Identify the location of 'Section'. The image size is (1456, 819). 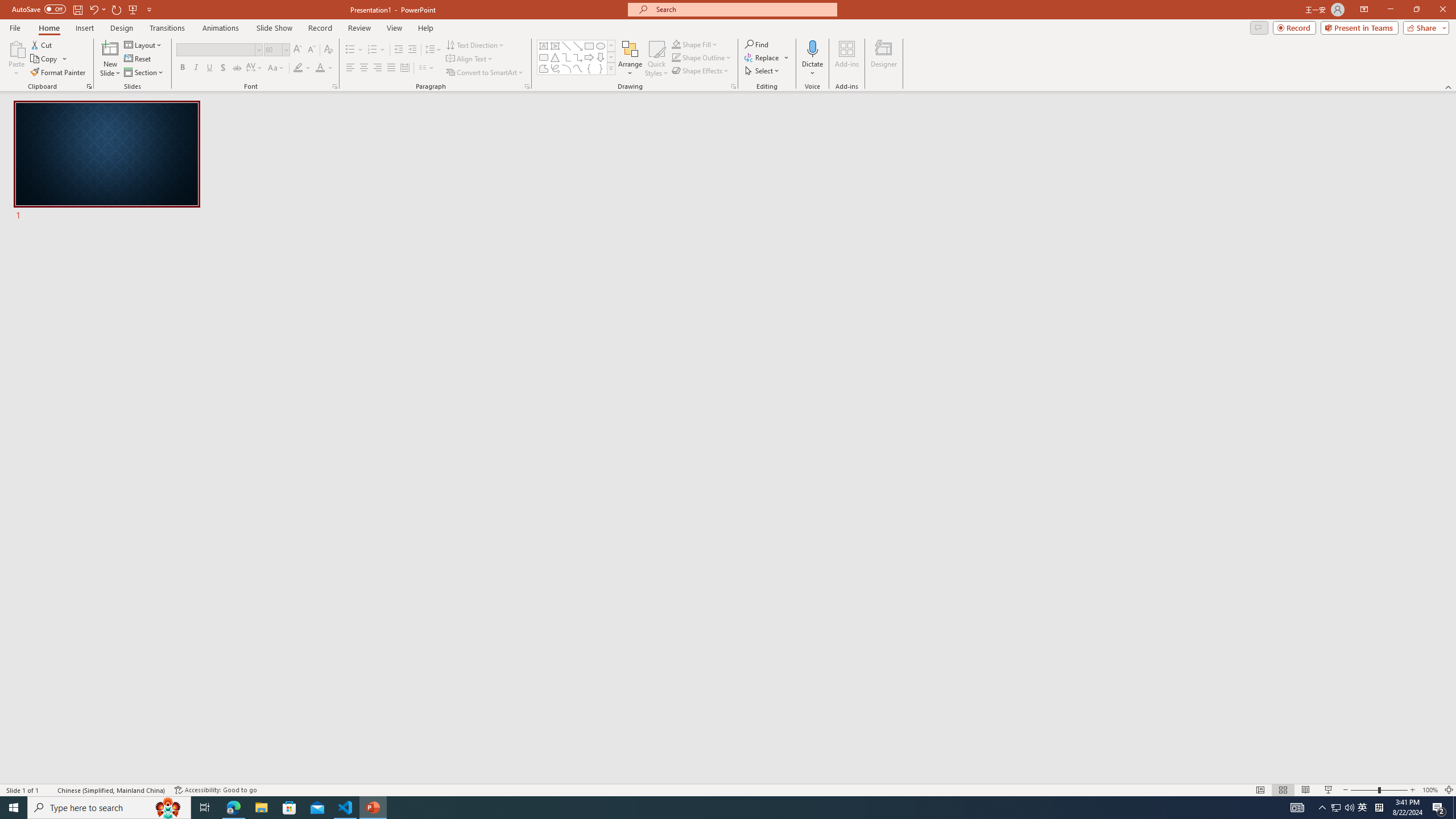
(144, 72).